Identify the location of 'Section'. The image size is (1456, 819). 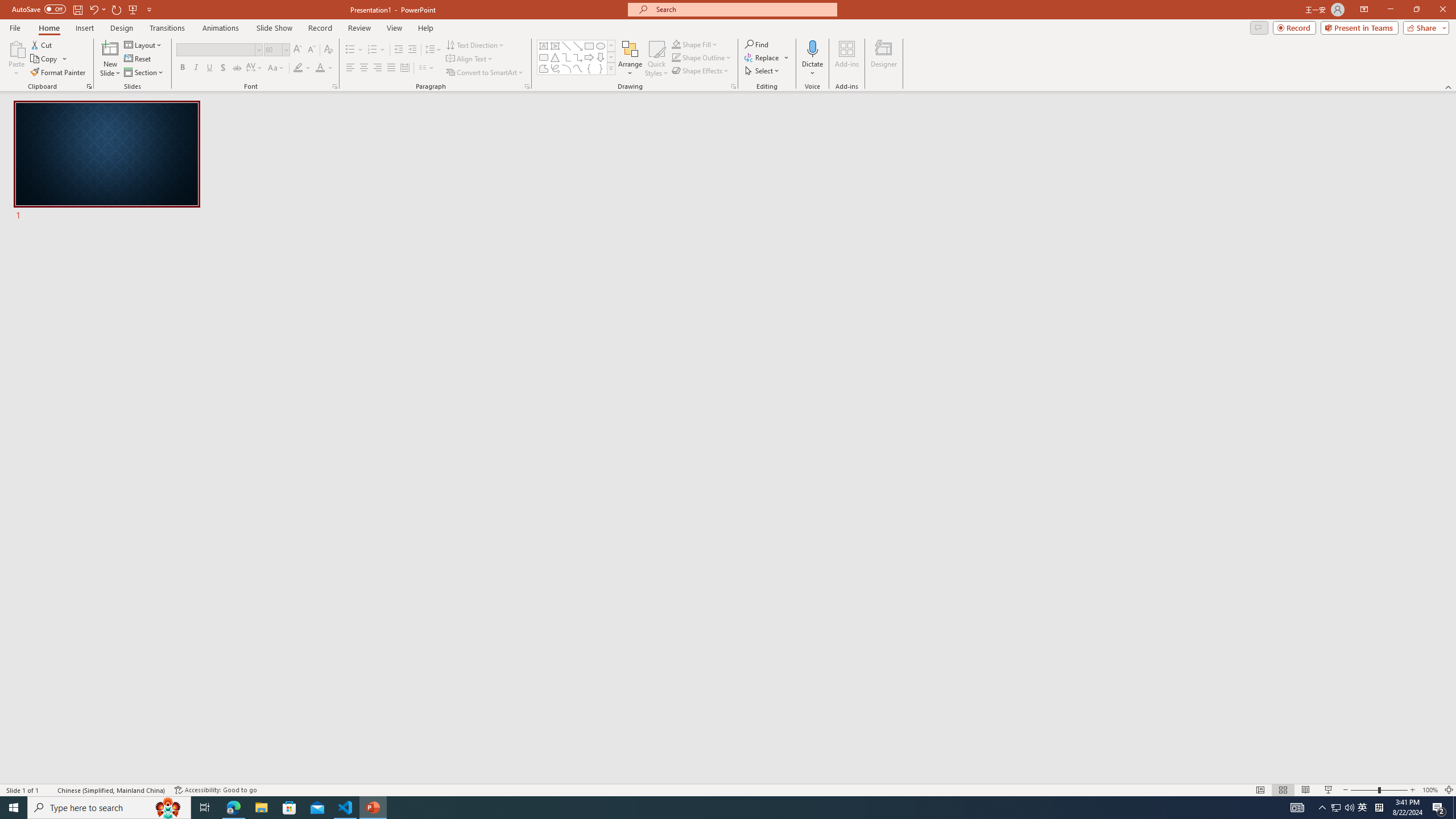
(144, 72).